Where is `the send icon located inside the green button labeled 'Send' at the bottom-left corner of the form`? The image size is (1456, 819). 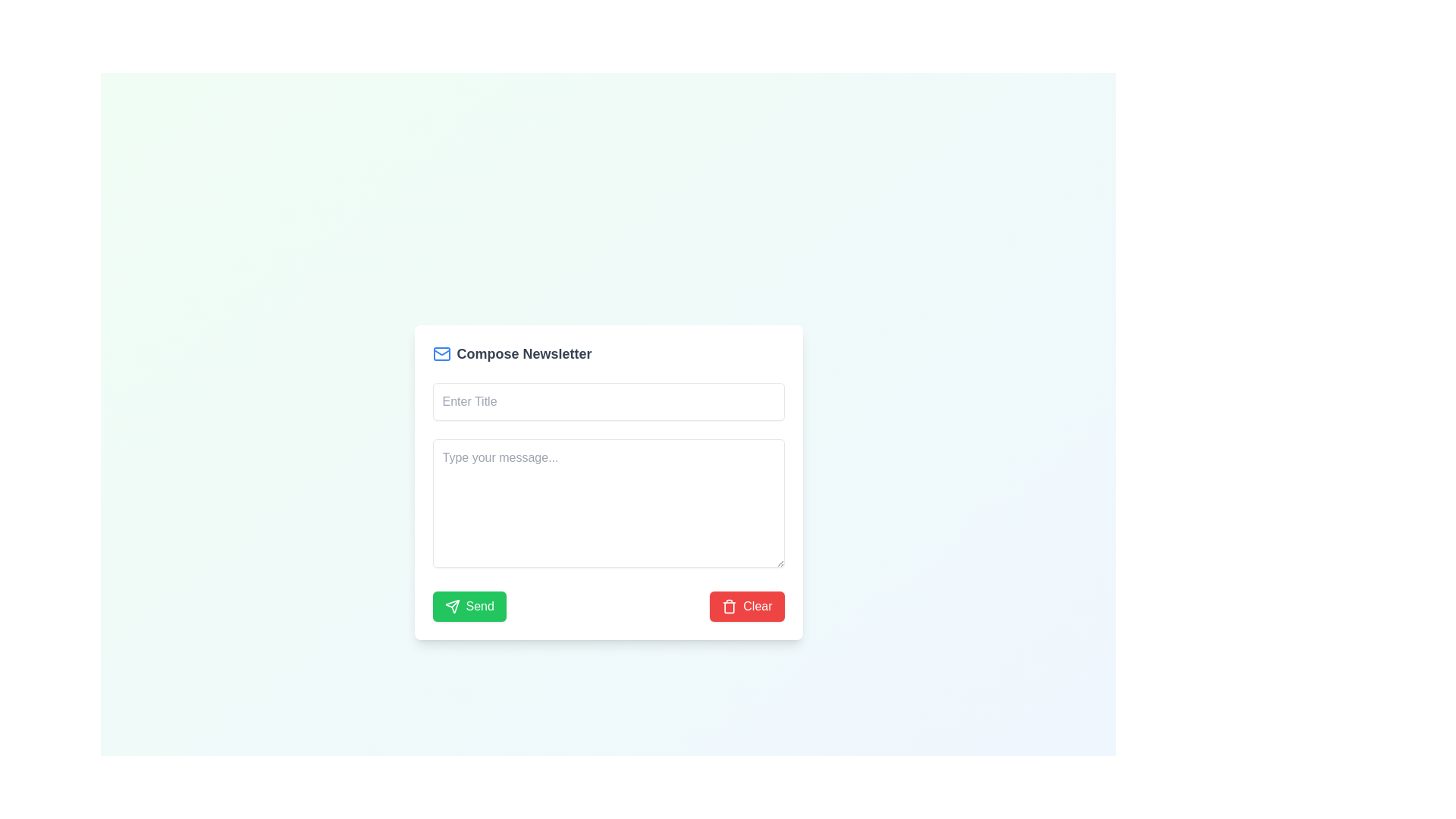
the send icon located inside the green button labeled 'Send' at the bottom-left corner of the form is located at coordinates (451, 605).